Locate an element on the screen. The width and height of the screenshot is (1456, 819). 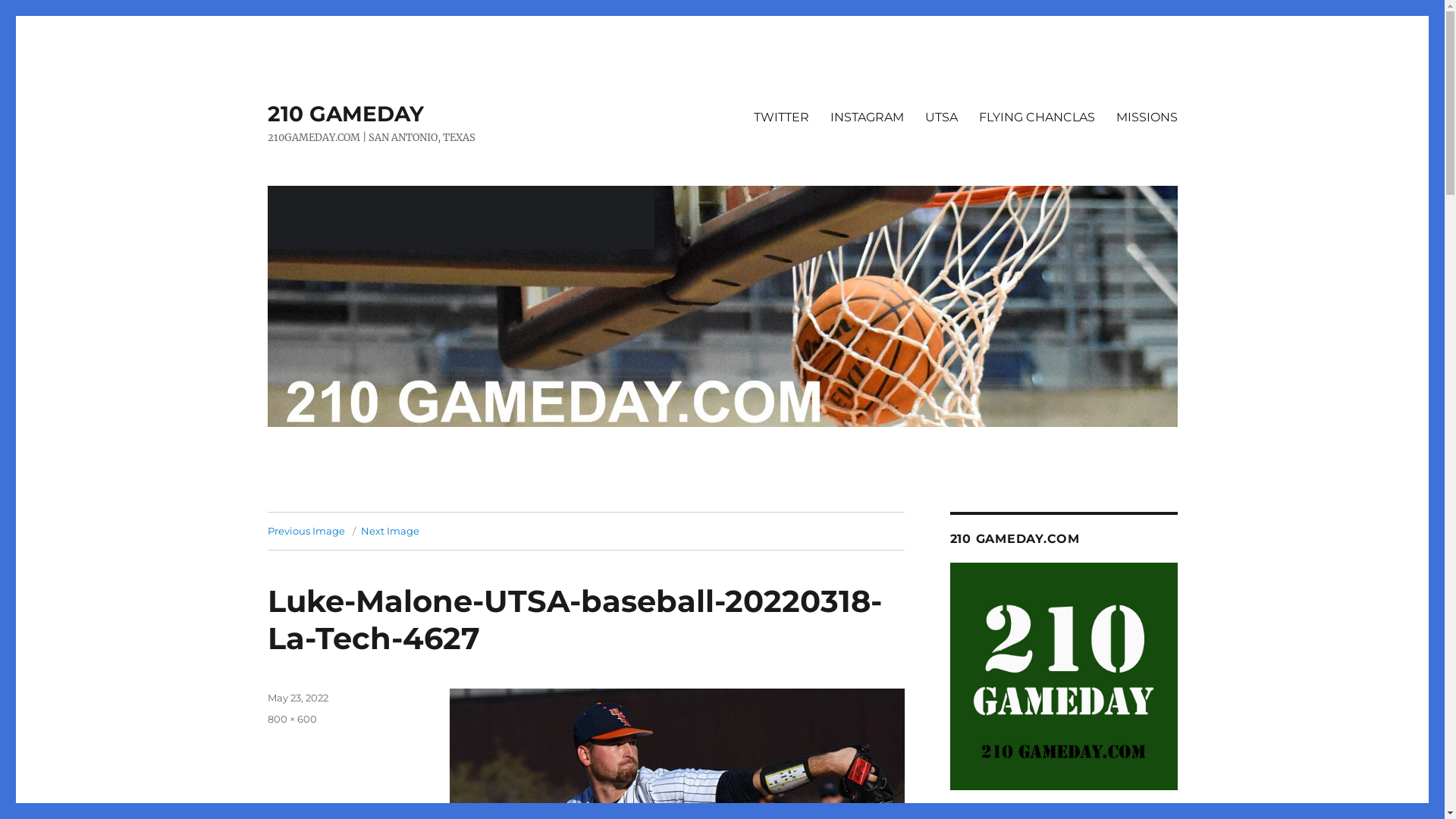
'Previous Image' is located at coordinates (305, 529).